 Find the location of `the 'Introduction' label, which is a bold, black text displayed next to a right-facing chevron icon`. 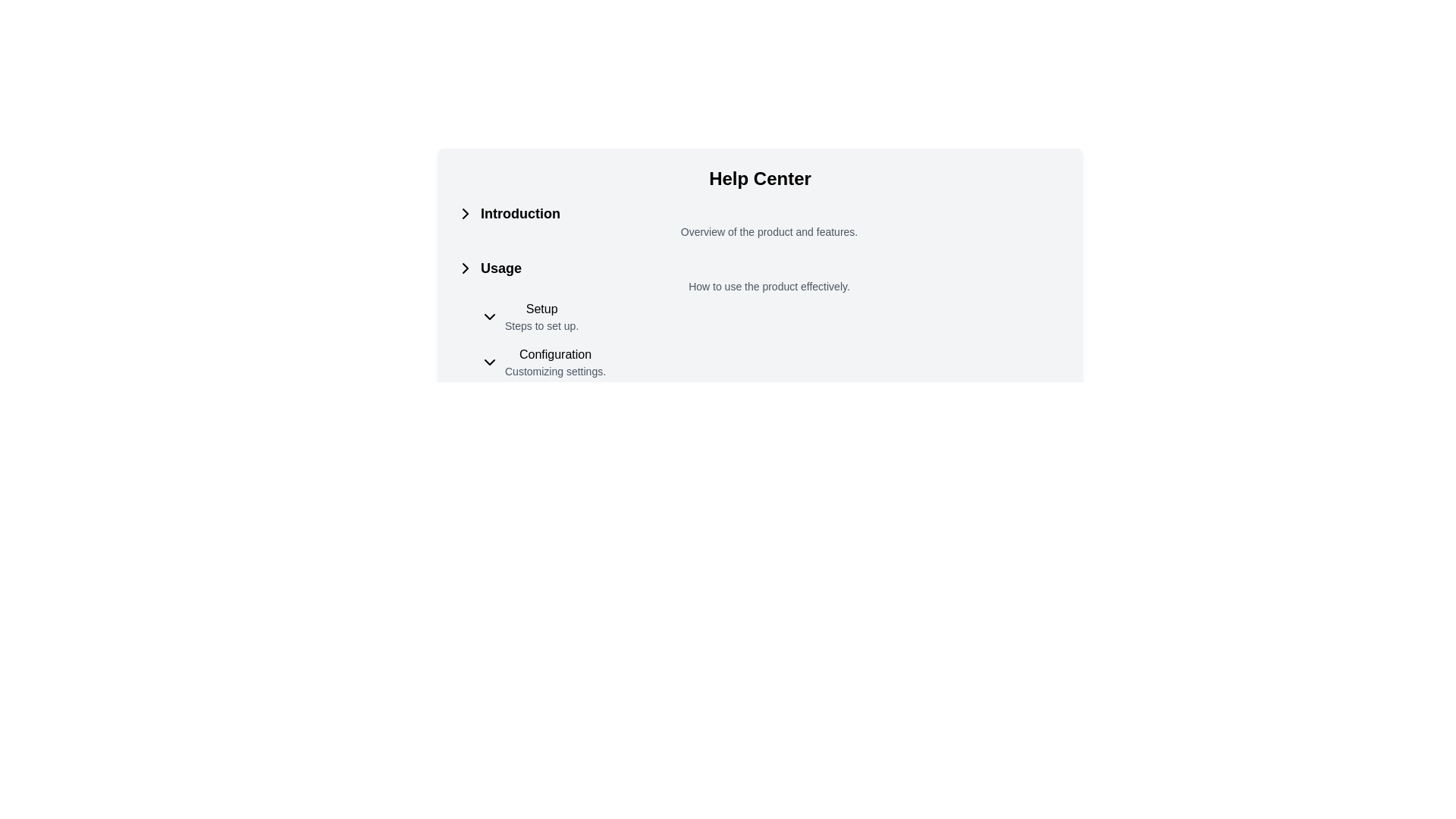

the 'Introduction' label, which is a bold, black text displayed next to a right-facing chevron icon is located at coordinates (520, 213).